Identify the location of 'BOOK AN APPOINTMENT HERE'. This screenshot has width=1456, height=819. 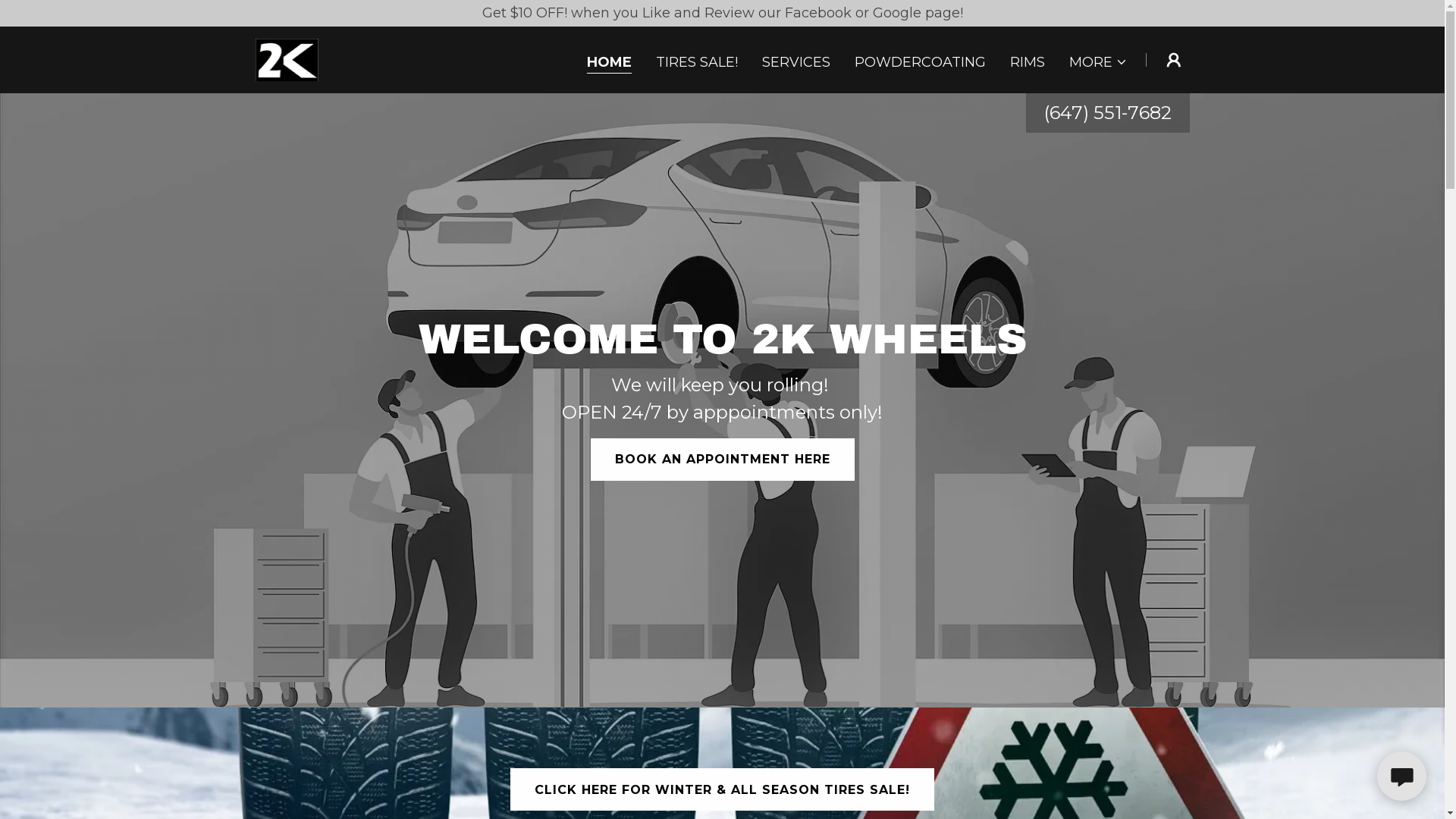
(720, 458).